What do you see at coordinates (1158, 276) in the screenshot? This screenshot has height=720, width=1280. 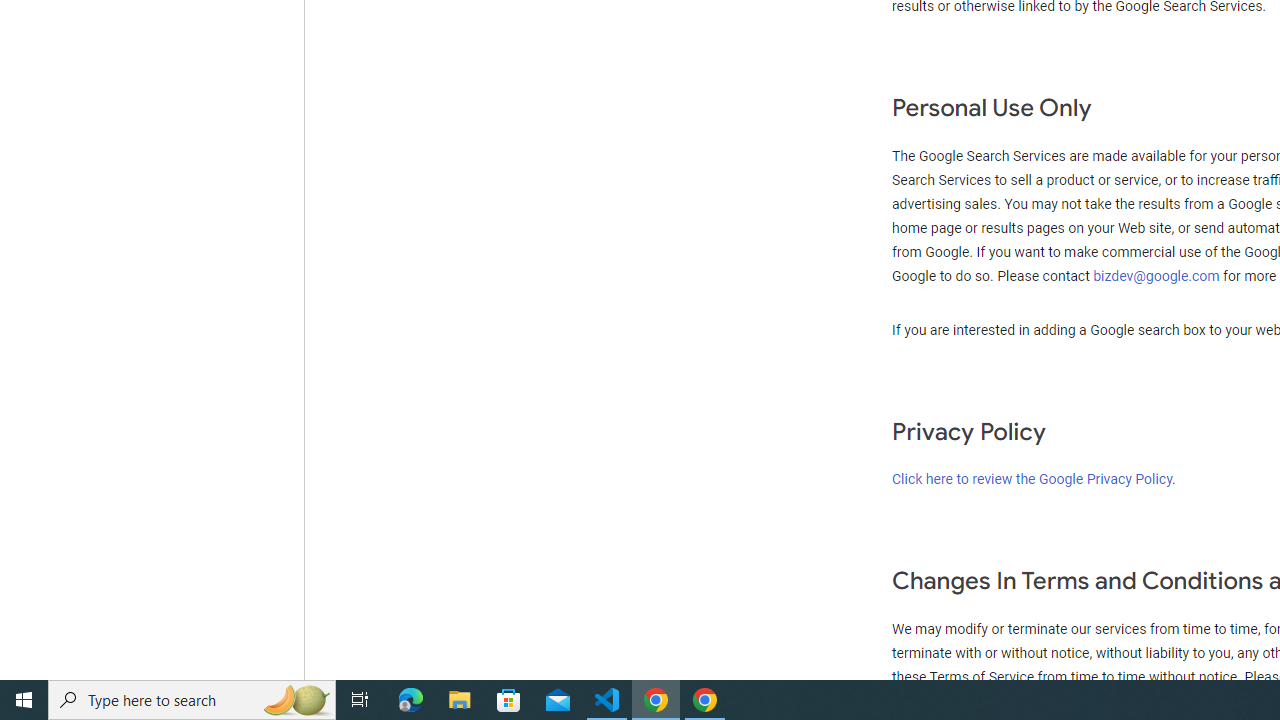 I see `'bizdev@google.com '` at bounding box center [1158, 276].